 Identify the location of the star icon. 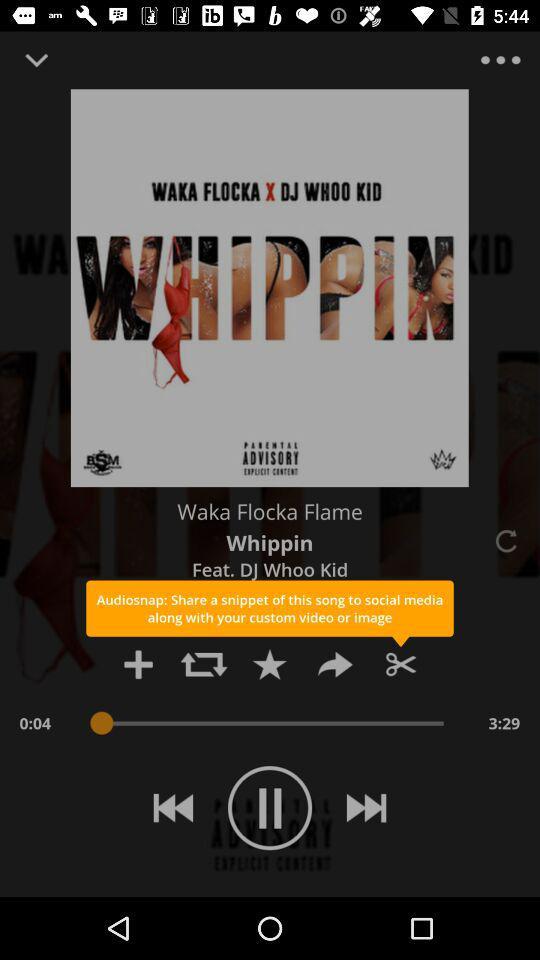
(269, 664).